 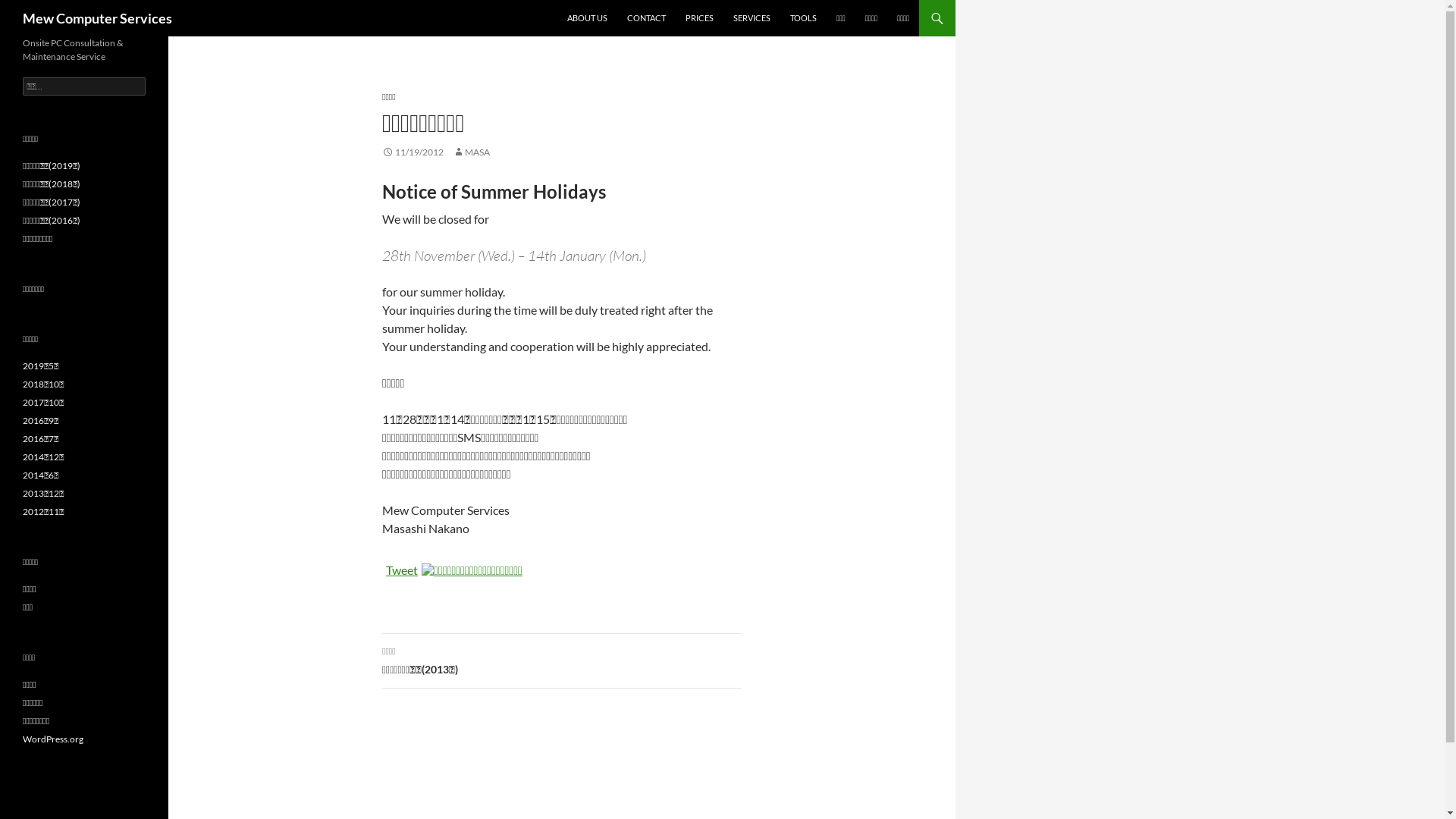 I want to click on 'Tweet', so click(x=401, y=570).